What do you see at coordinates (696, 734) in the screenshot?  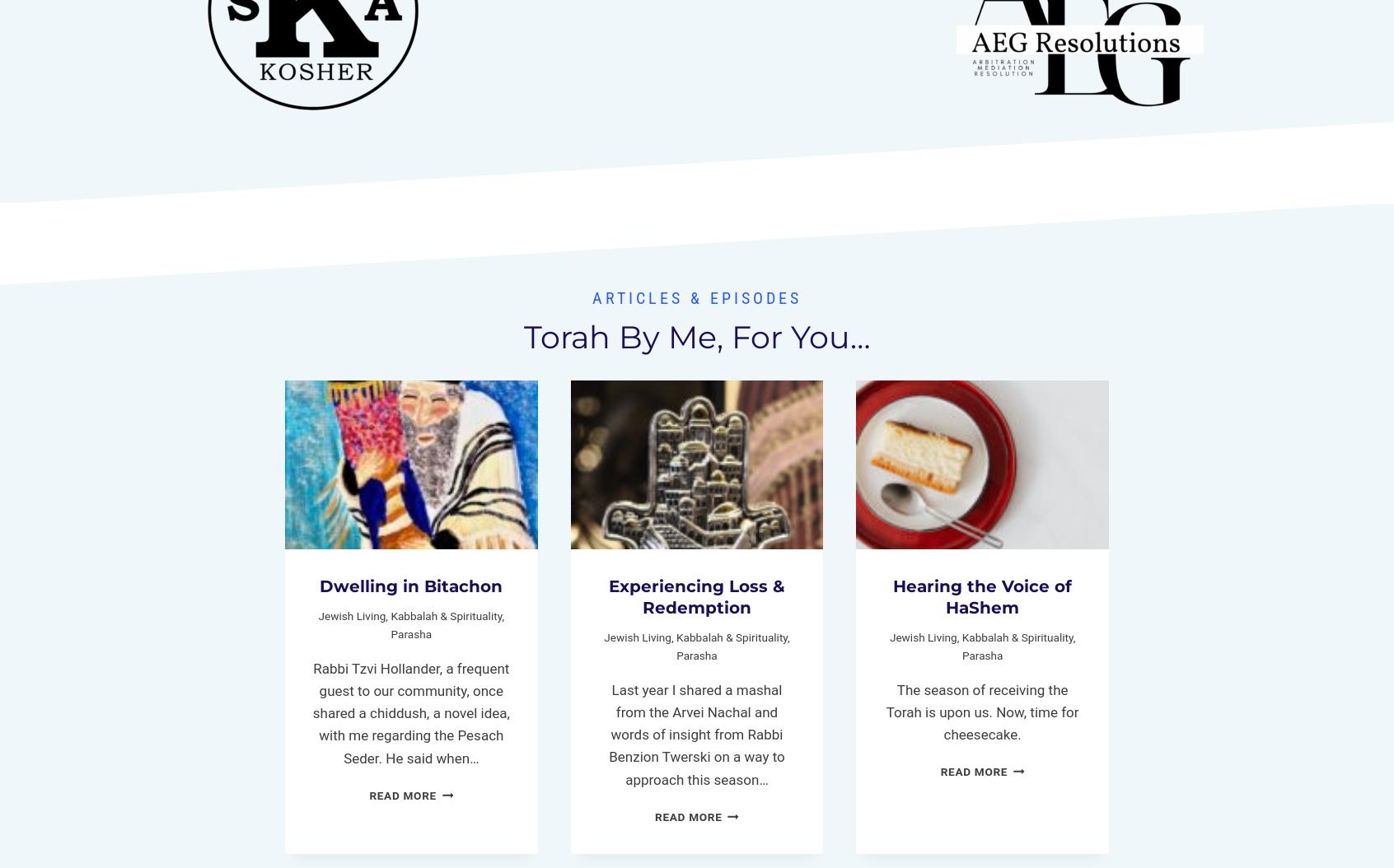 I see `'Last year I shared a mashal from the Arvei Nachal and words of insight from Rabbi Benzion Twerski on a way to approach this season…'` at bounding box center [696, 734].